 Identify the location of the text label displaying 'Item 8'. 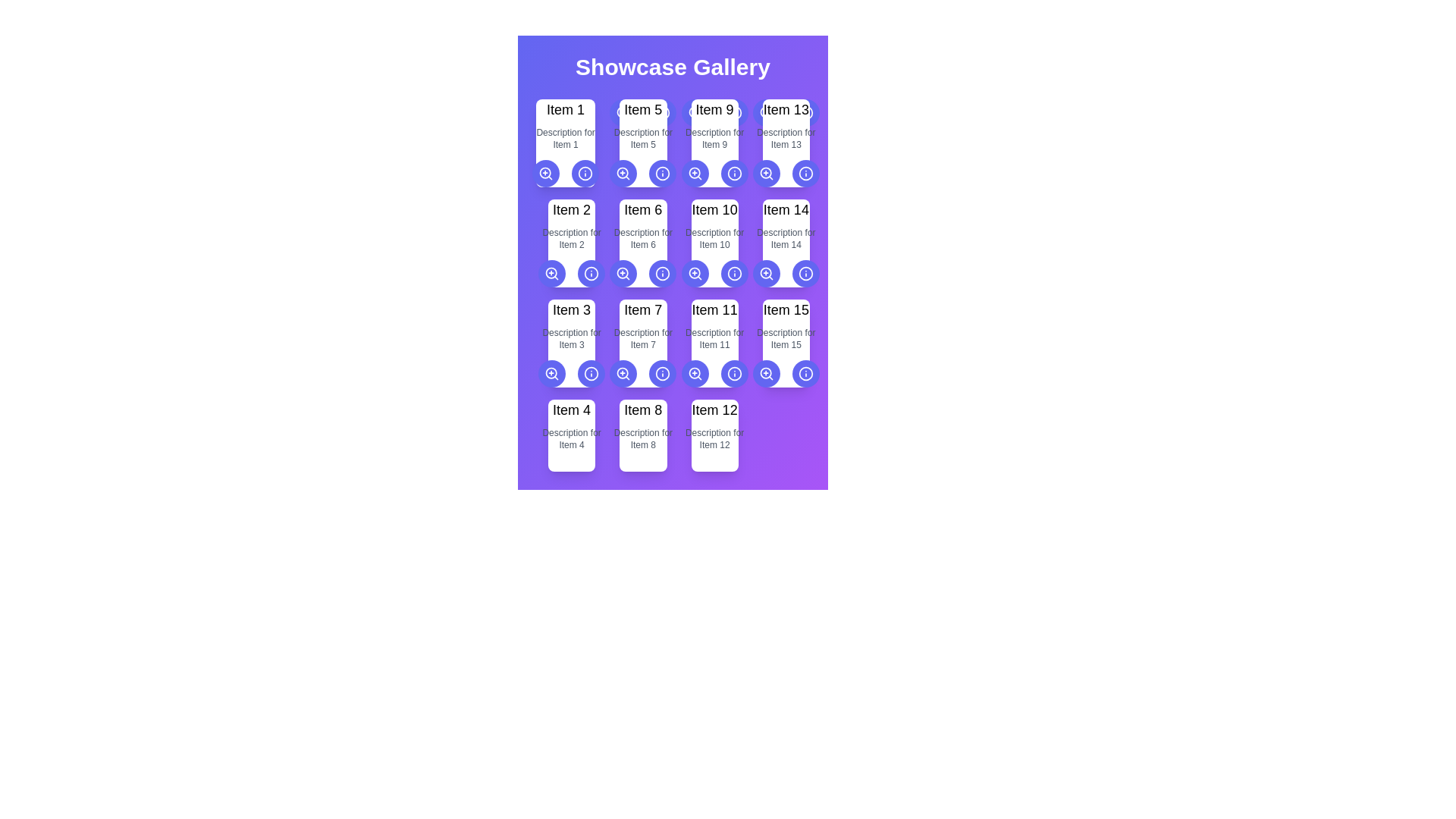
(643, 409).